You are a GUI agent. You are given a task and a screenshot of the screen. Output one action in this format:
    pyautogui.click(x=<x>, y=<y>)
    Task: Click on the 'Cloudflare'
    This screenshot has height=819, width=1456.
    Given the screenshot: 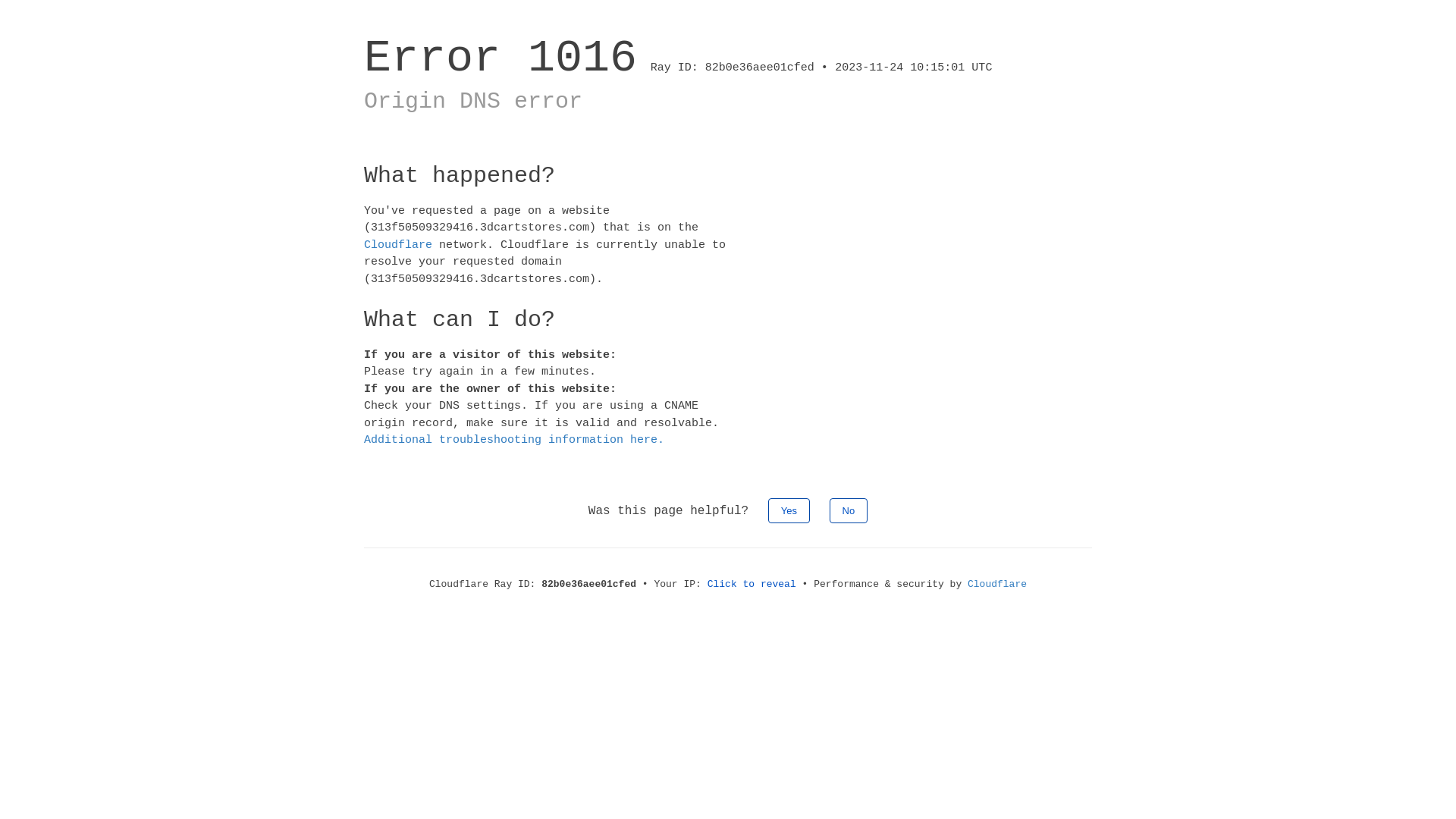 What is the action you would take?
    pyautogui.click(x=997, y=582)
    